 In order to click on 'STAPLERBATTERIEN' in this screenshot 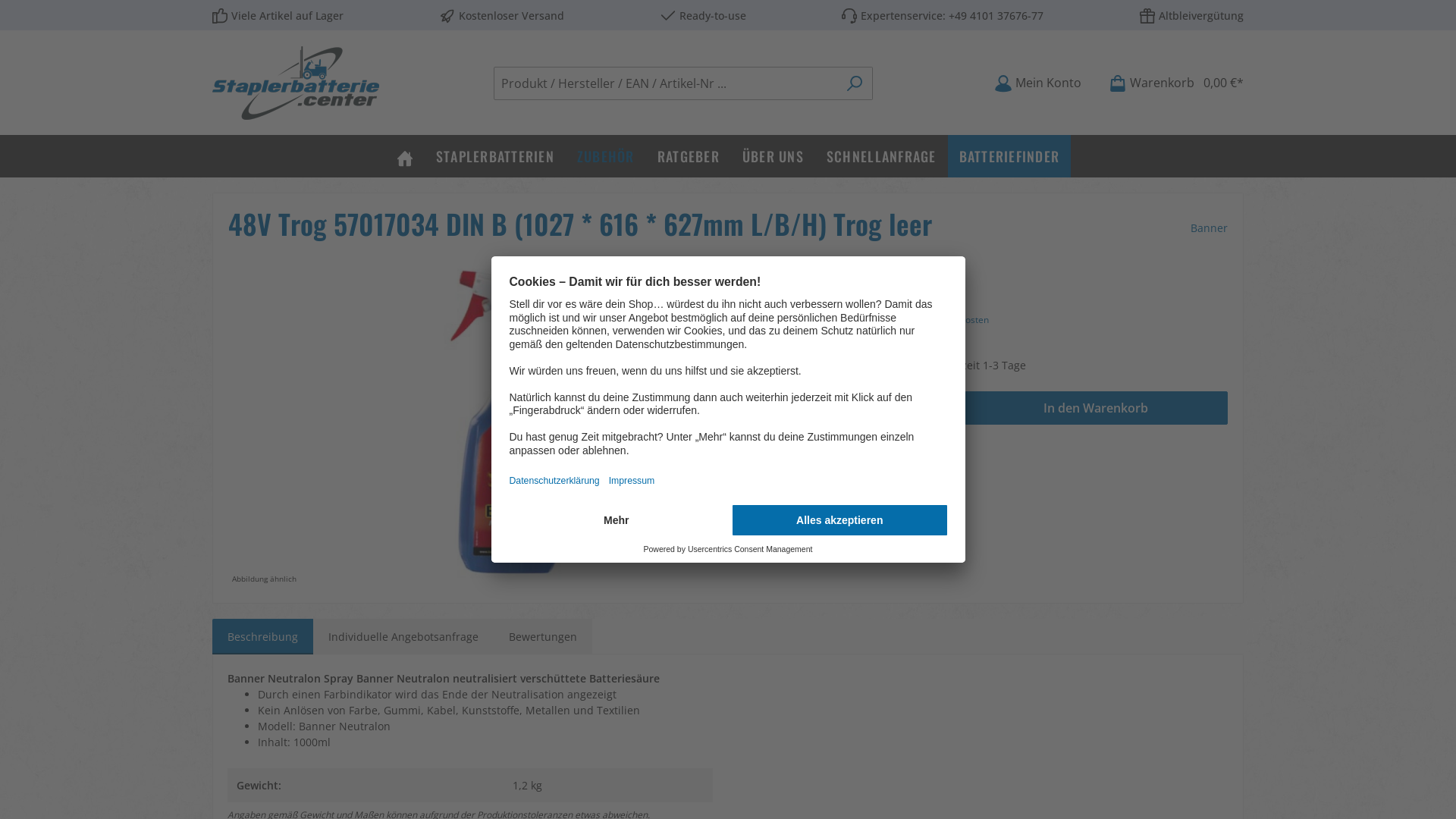, I will do `click(494, 155)`.